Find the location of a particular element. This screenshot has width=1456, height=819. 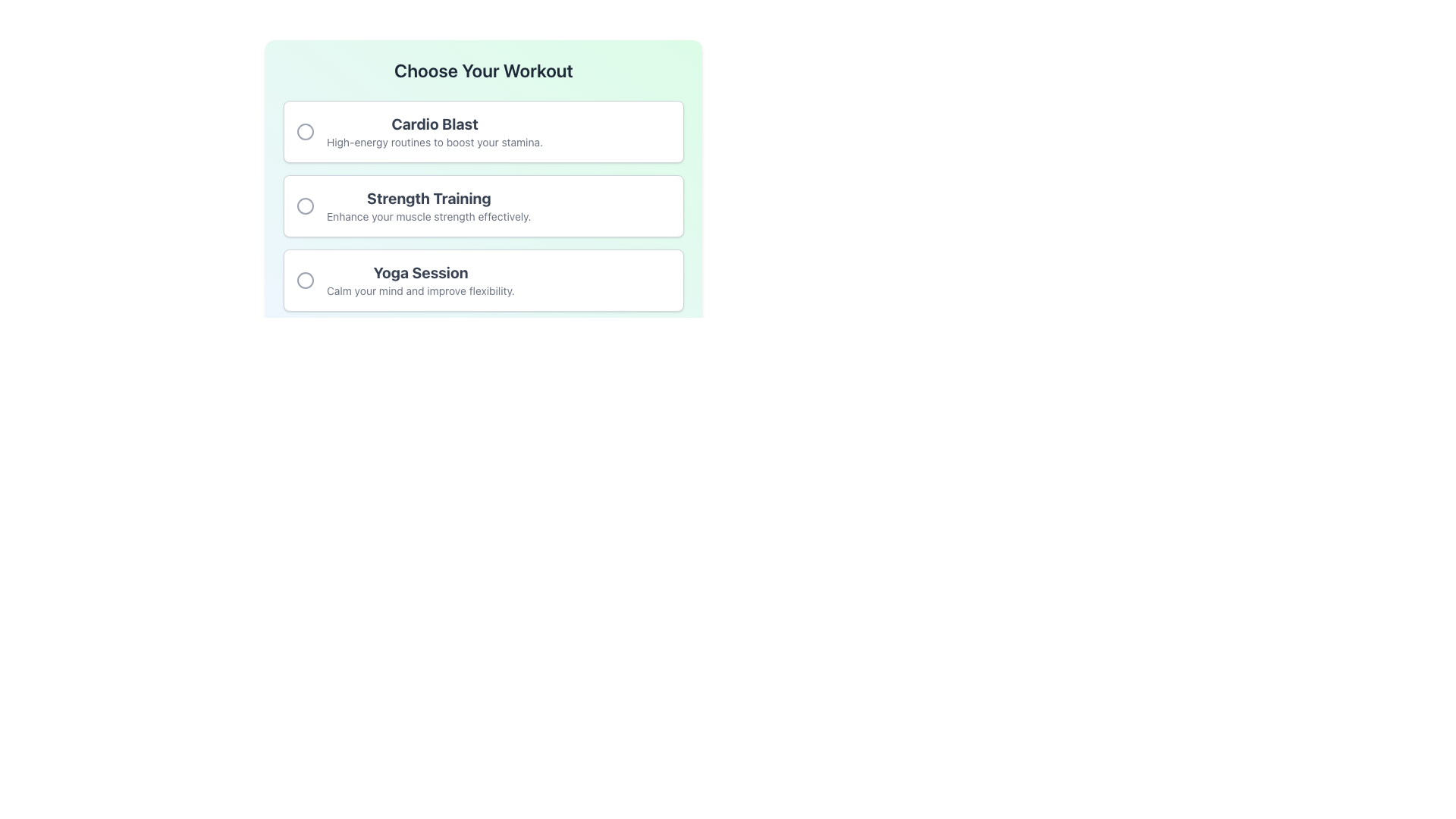

the selectable option indicator (radio button) is located at coordinates (305, 281).